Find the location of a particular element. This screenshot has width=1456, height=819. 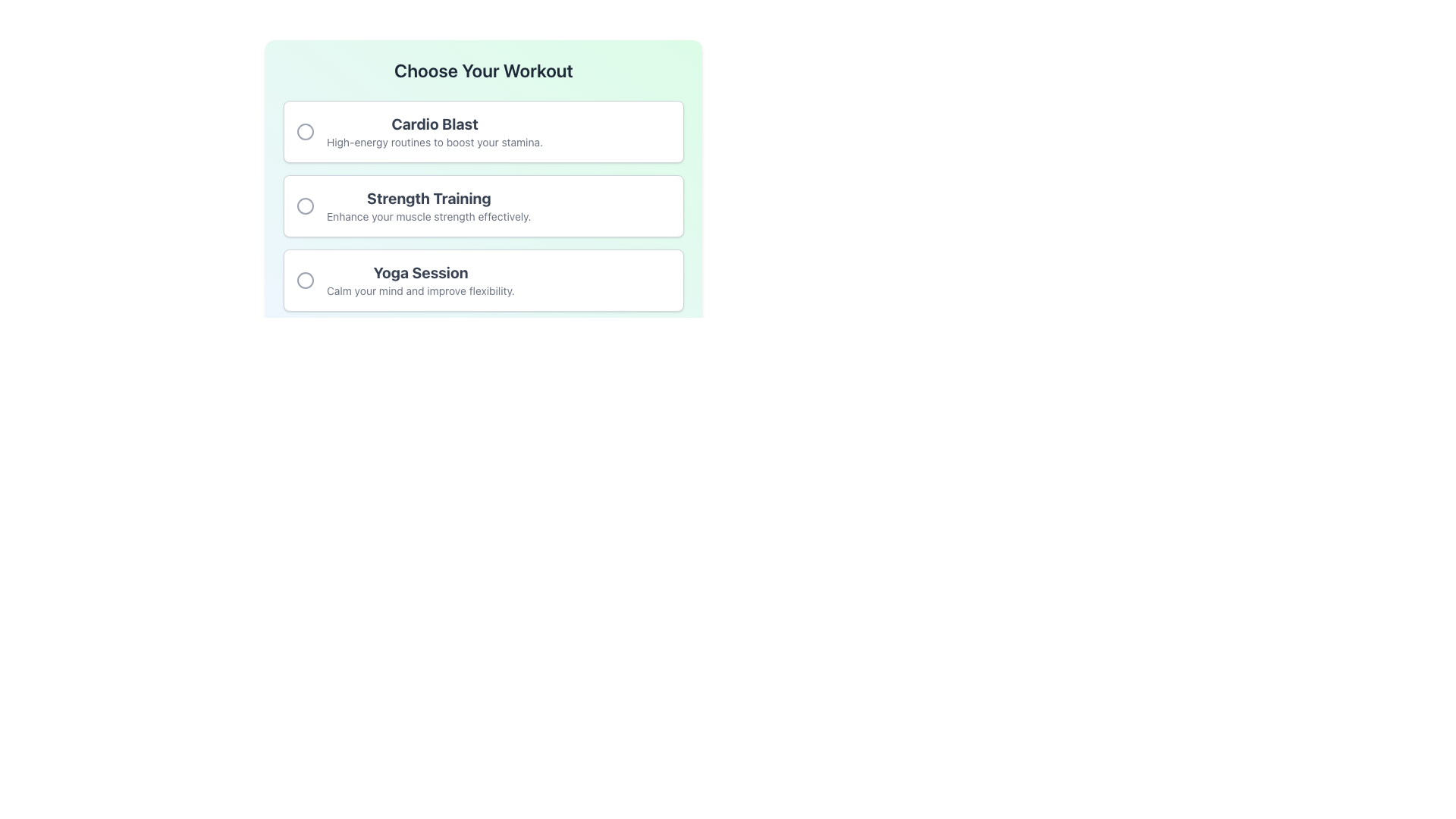

the selectable option indicator (radio button) is located at coordinates (305, 281).